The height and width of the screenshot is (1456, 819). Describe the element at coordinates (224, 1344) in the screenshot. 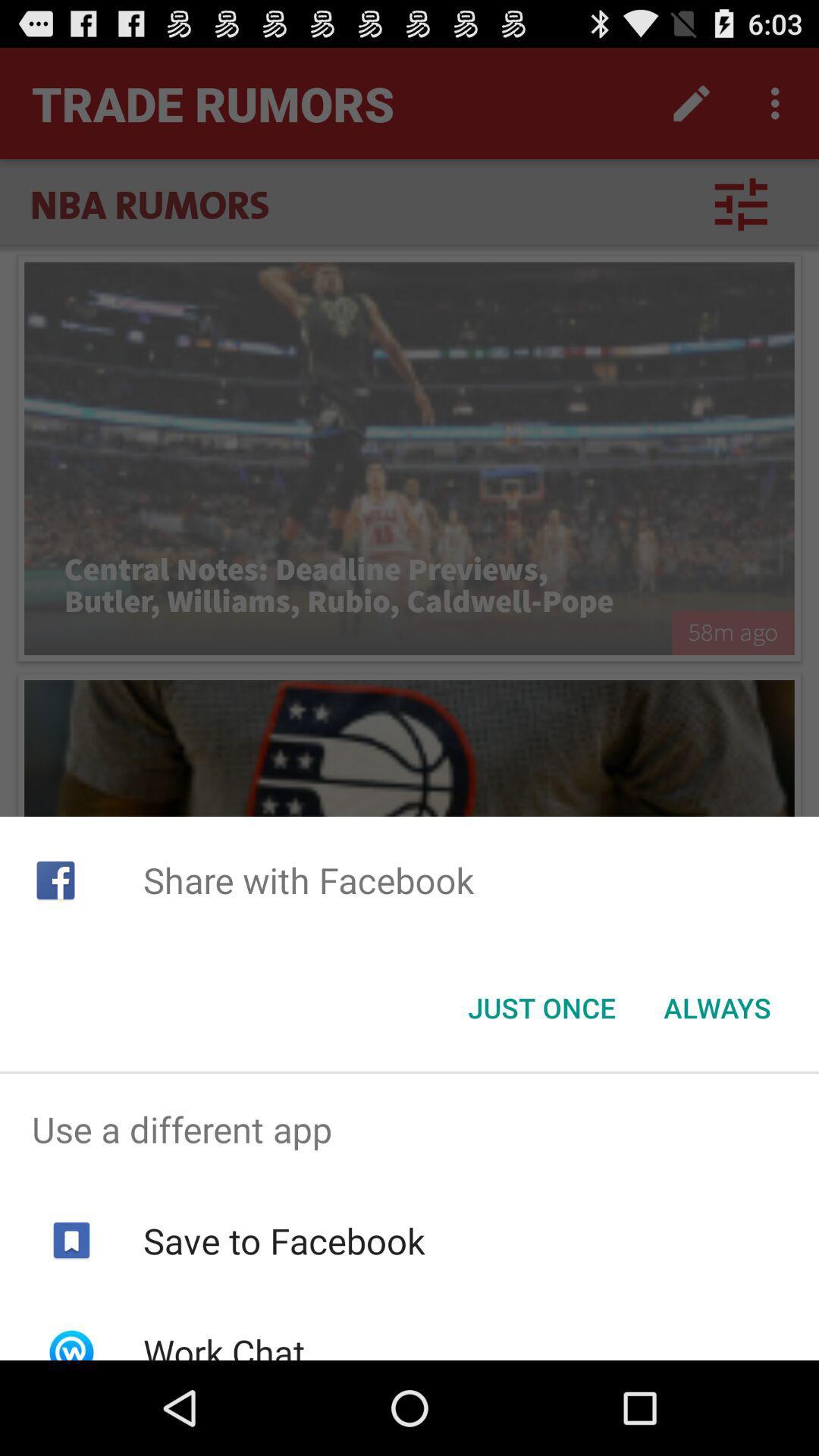

I see `item below the save to facebook icon` at that location.